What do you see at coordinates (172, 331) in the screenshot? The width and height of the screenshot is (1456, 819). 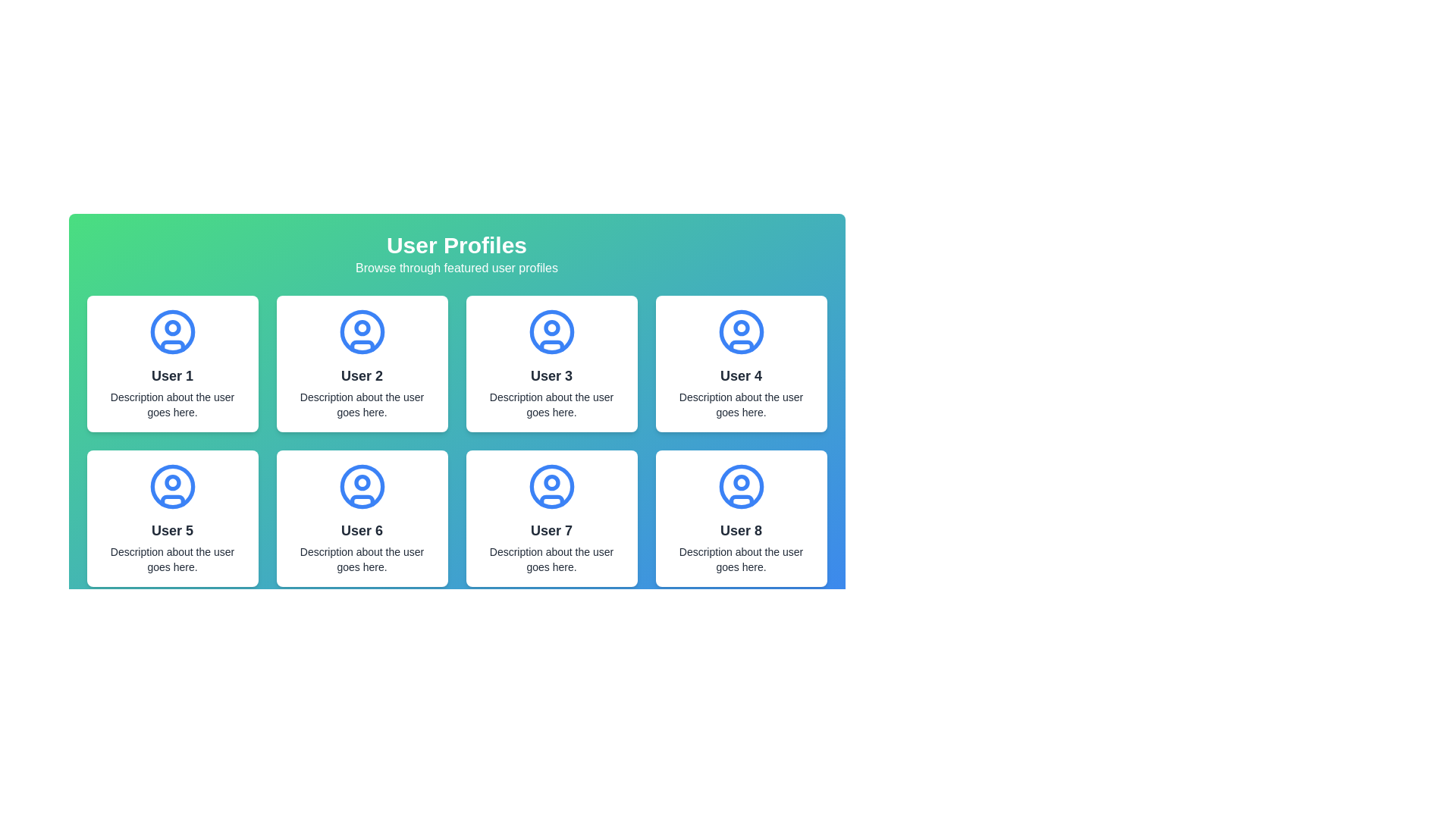 I see `the SVG Circle element that serves as the outer border of the circular user icon for User 1, located in the top-left user card in the grid` at bounding box center [172, 331].